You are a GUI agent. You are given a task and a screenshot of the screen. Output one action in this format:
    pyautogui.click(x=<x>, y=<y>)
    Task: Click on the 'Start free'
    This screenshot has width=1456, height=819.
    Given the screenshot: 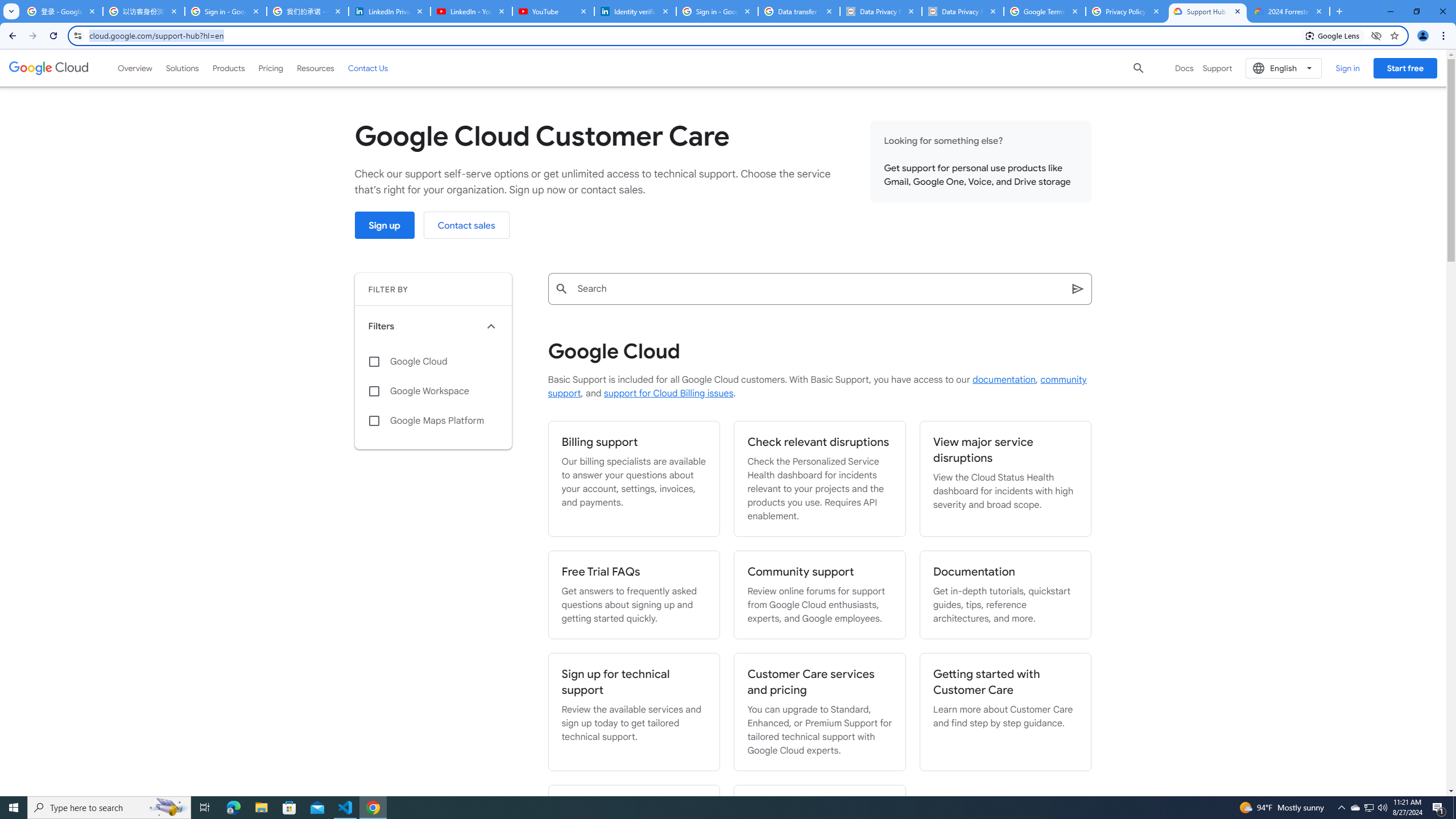 What is the action you would take?
    pyautogui.click(x=1405, y=67)
    